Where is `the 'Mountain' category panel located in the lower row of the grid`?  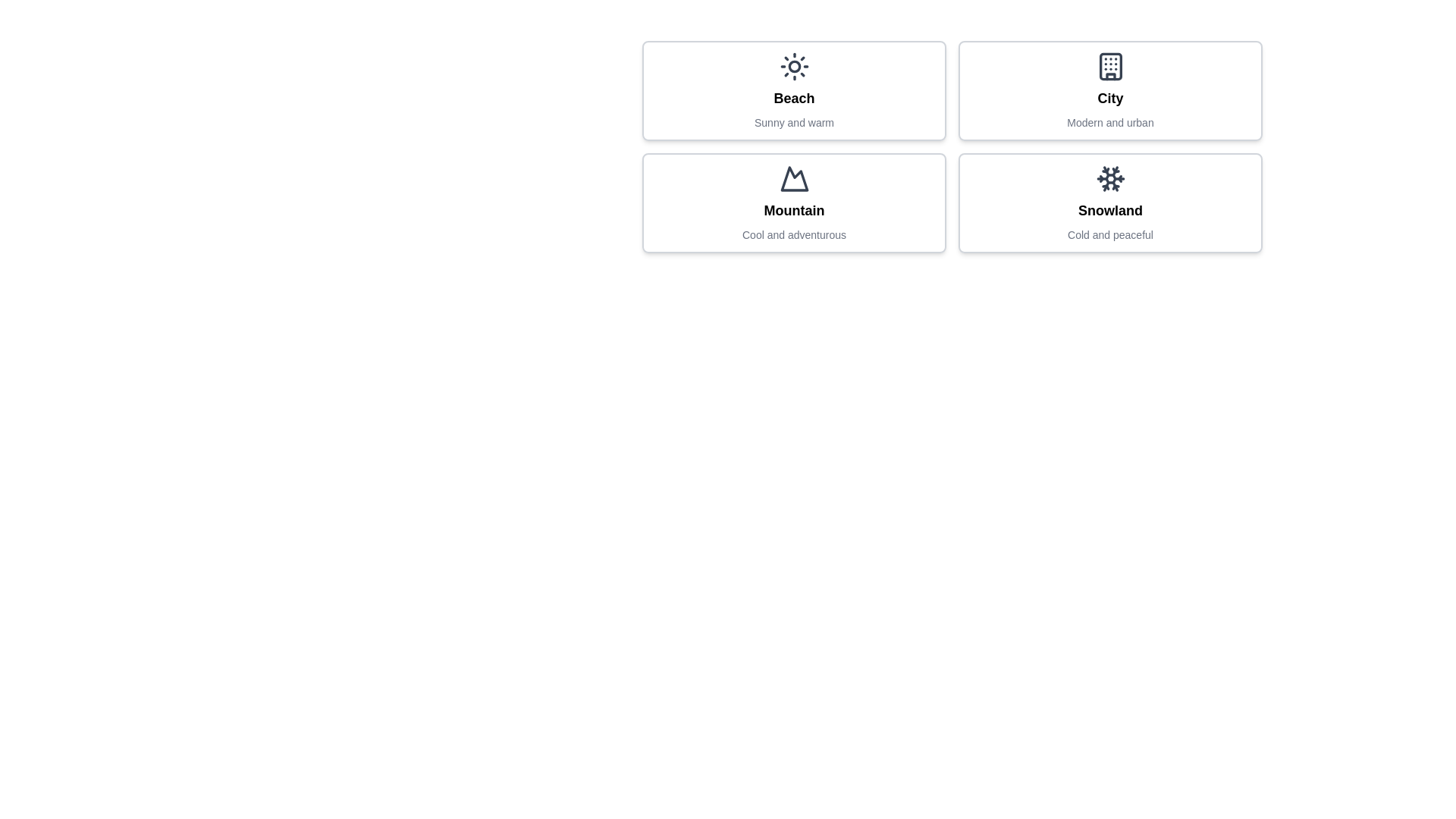
the 'Mountain' category panel located in the lower row of the grid is located at coordinates (793, 202).